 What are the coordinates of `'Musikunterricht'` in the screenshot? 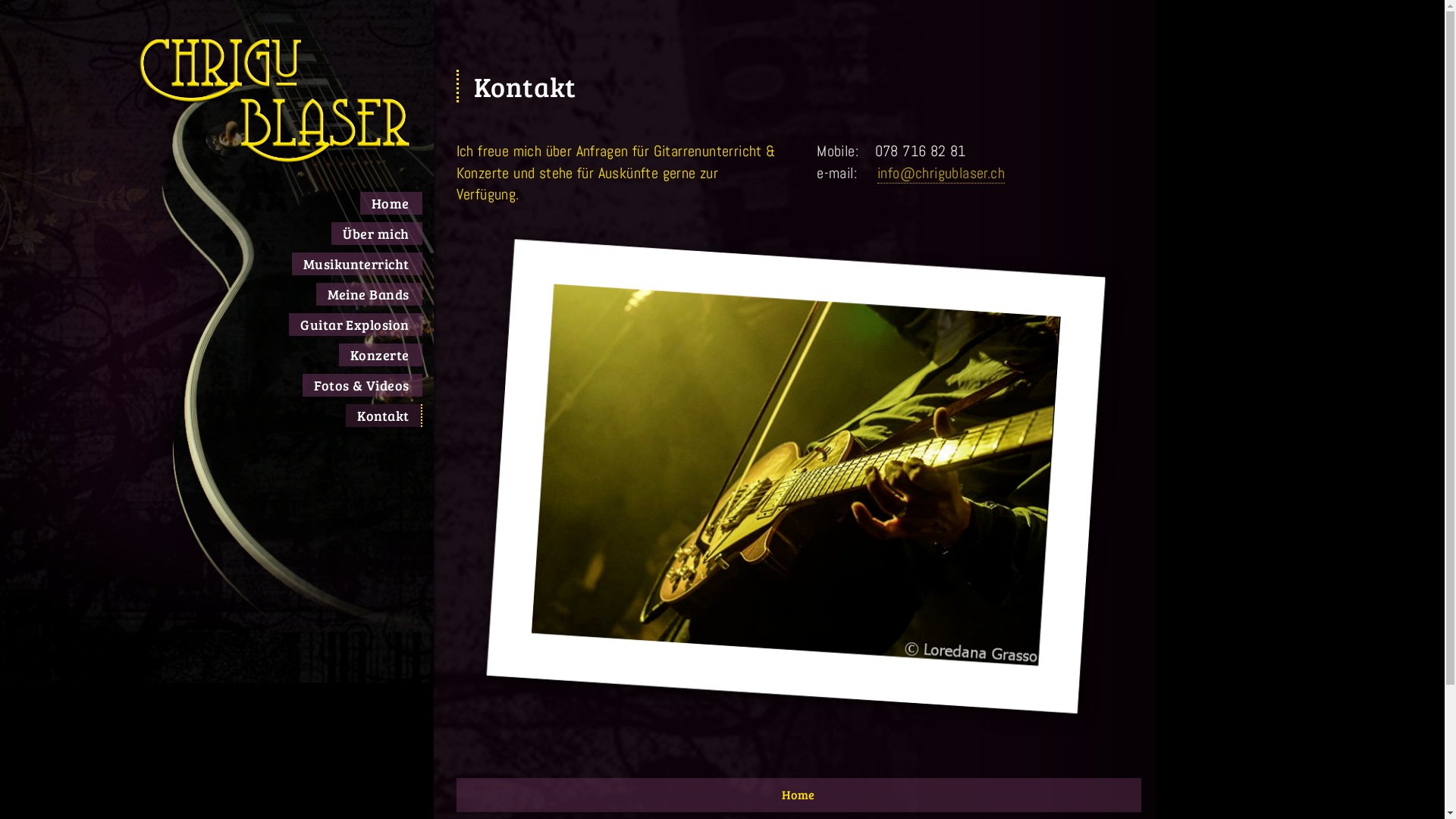 It's located at (356, 262).